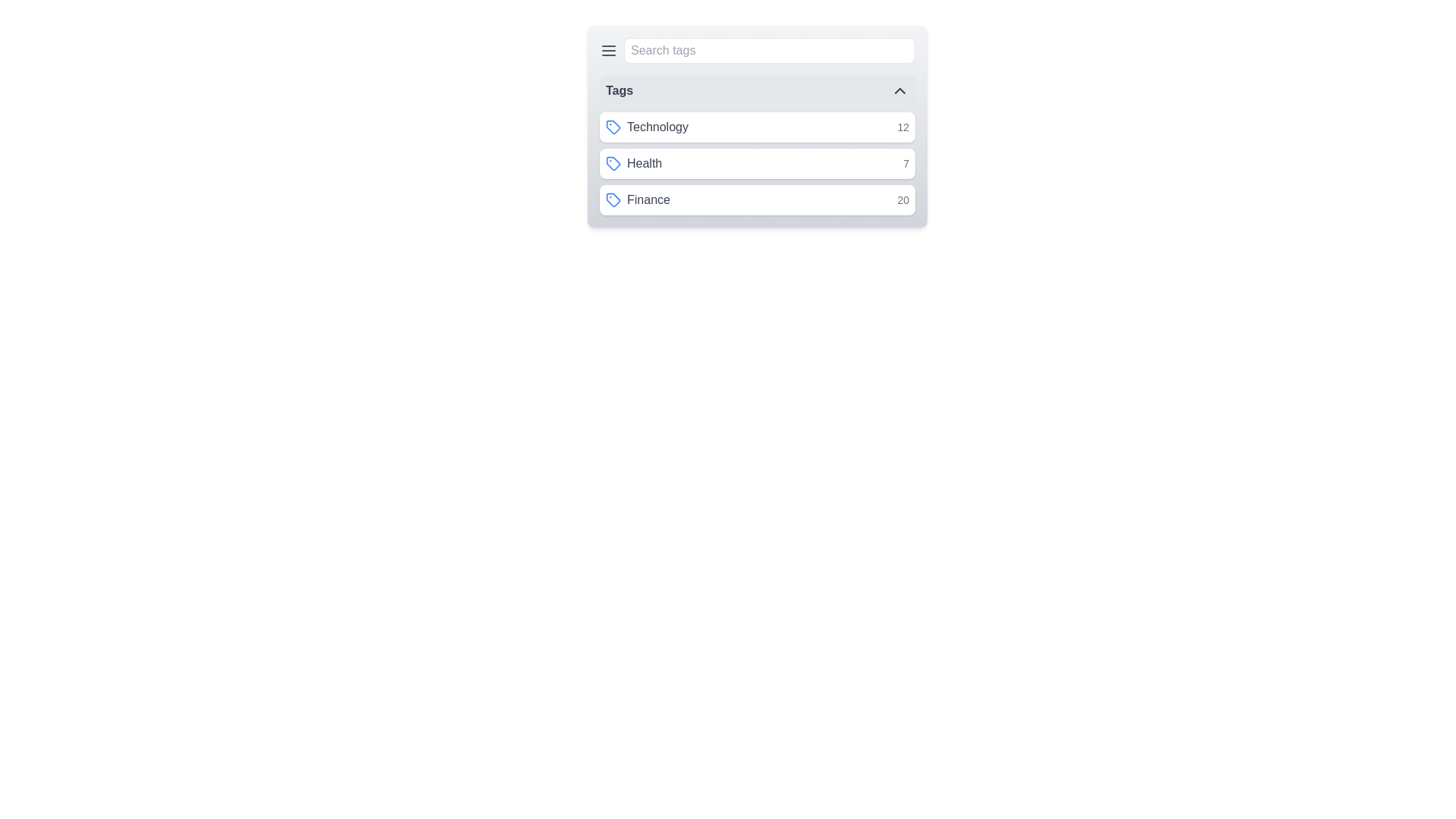 The width and height of the screenshot is (1456, 819). Describe the element at coordinates (757, 127) in the screenshot. I see `the tag Technology from the list` at that location.